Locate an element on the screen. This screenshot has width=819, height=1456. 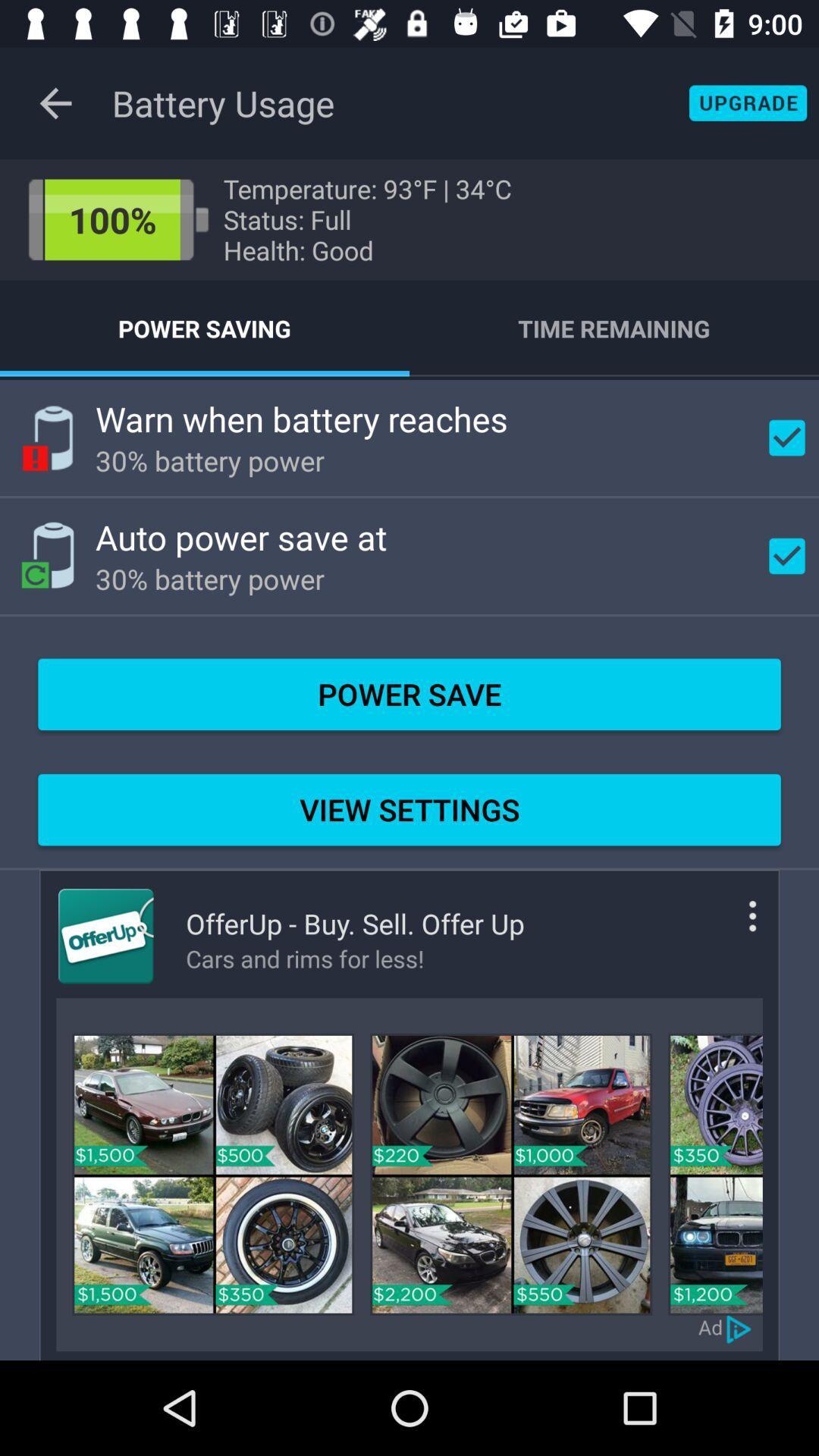
settings is located at coordinates (730, 927).